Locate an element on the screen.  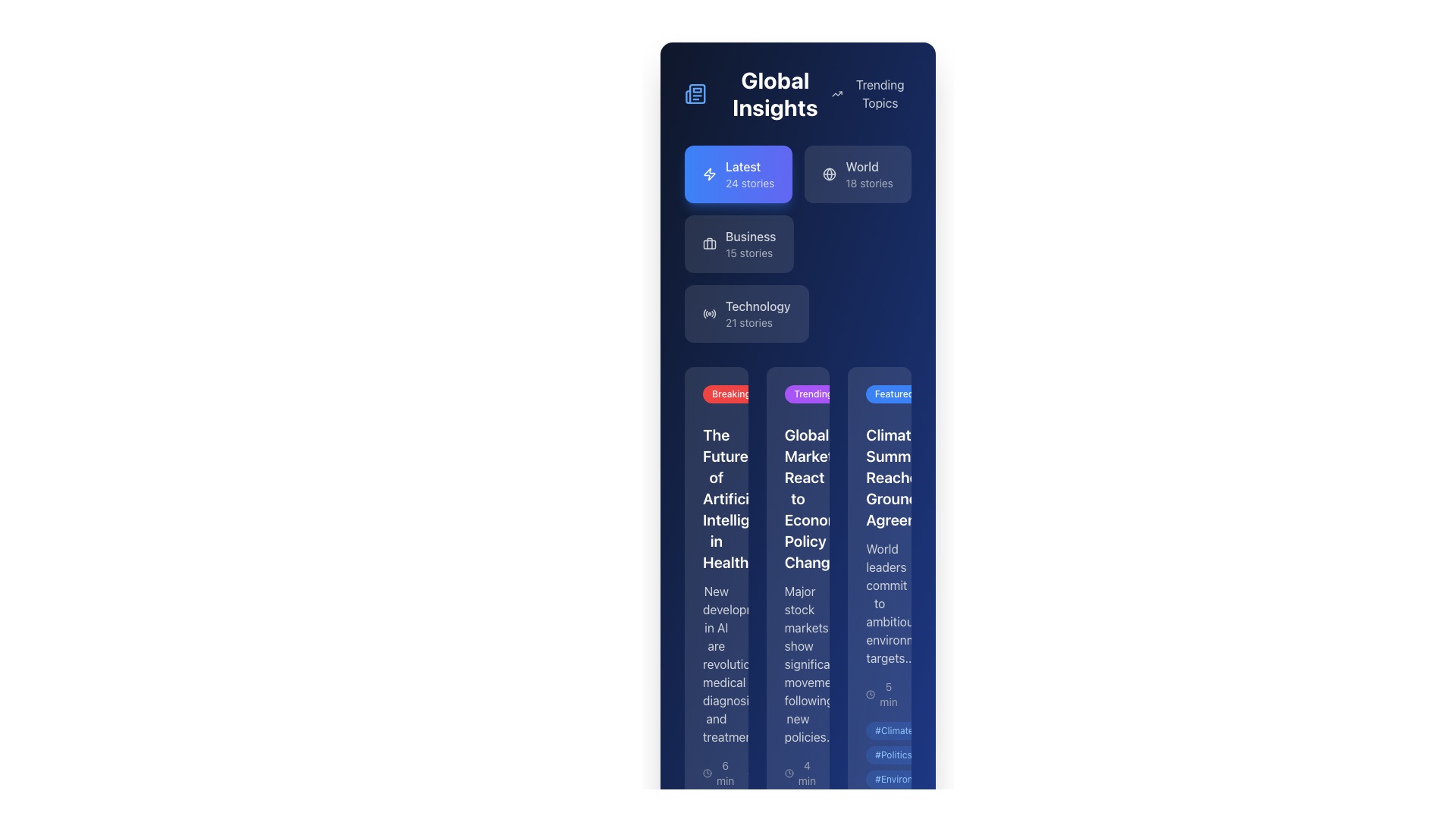
the content of the label displaying the estimated reading time located in the bottom-left corner of the first column of vertically stacked content blocks is located at coordinates (718, 773).